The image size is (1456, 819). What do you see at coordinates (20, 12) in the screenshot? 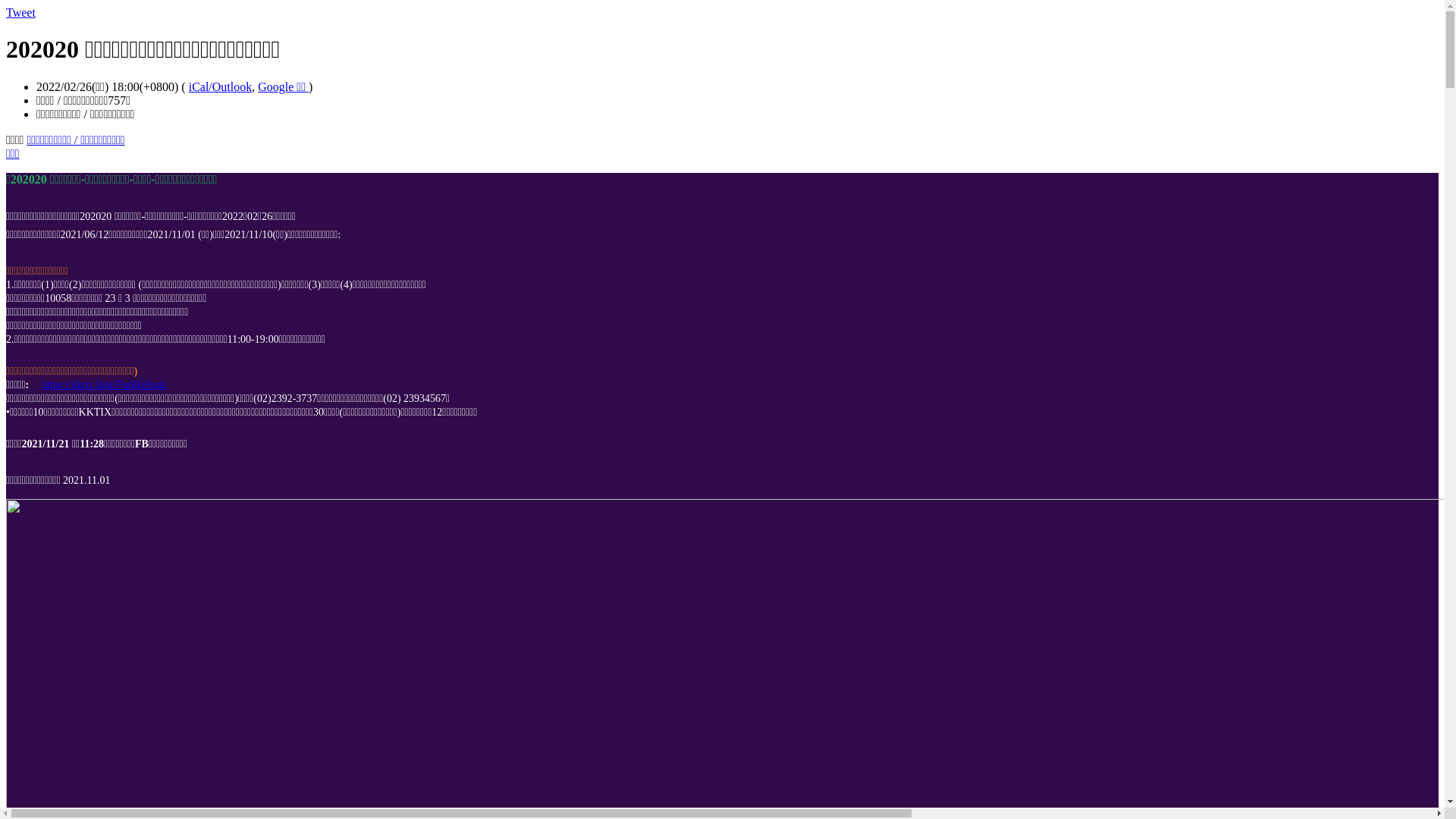
I see `'Tweet'` at bounding box center [20, 12].